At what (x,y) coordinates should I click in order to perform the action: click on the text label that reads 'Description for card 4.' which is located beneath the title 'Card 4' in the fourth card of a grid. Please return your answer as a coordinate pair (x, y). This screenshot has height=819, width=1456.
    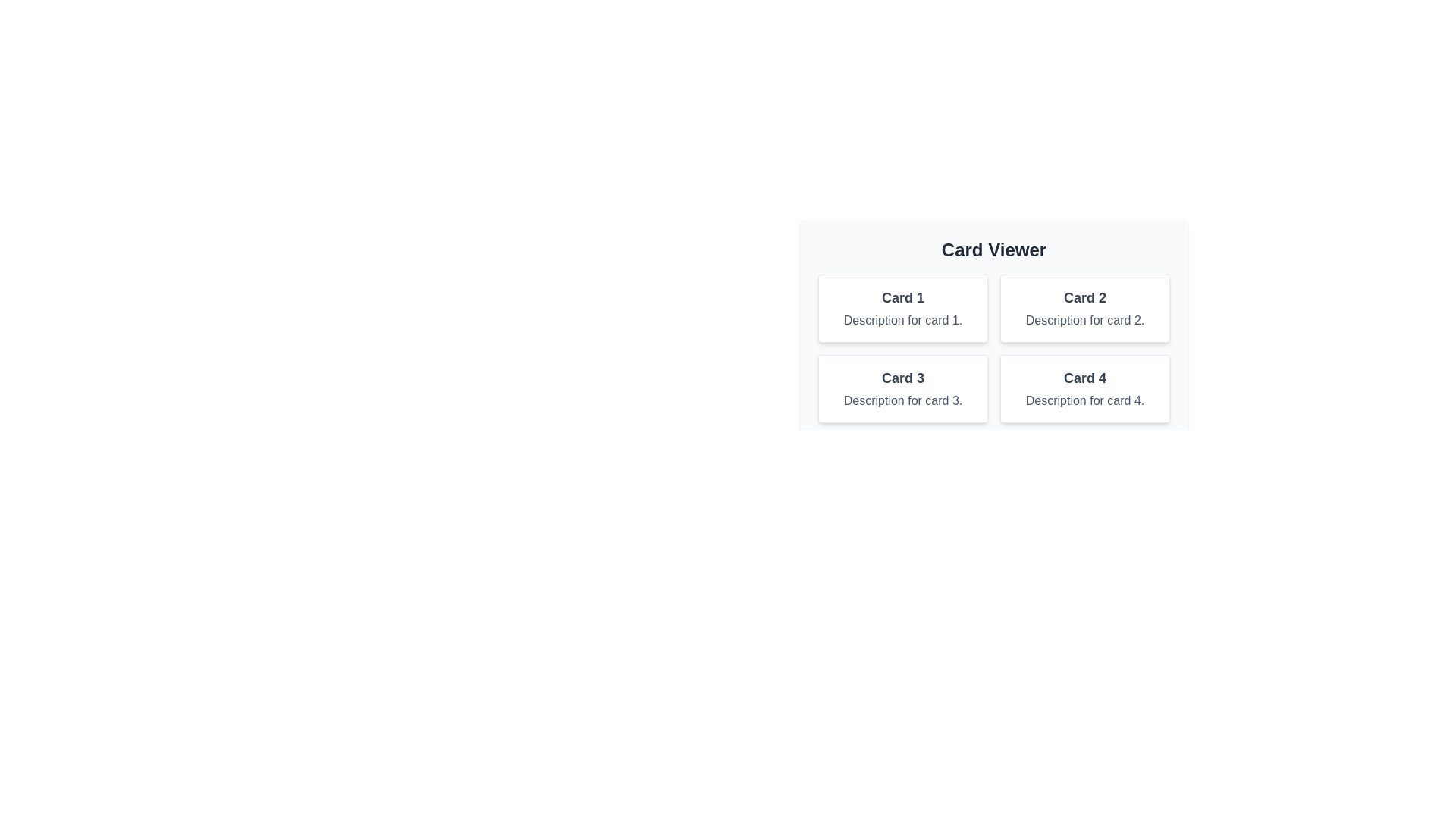
    Looking at the image, I should click on (1084, 400).